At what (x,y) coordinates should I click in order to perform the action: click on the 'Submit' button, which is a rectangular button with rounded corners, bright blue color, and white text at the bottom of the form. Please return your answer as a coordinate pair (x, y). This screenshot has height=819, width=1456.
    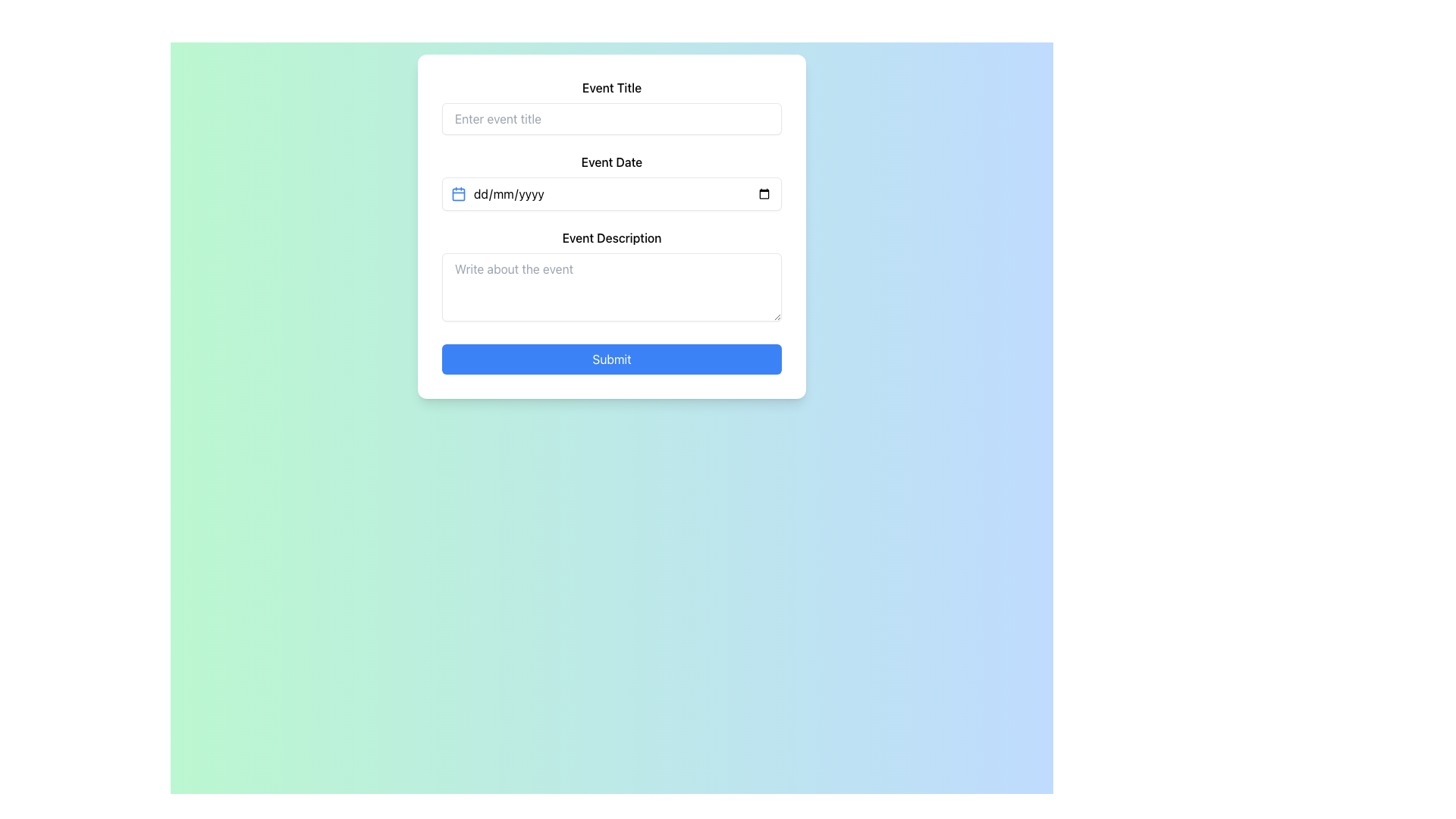
    Looking at the image, I should click on (611, 359).